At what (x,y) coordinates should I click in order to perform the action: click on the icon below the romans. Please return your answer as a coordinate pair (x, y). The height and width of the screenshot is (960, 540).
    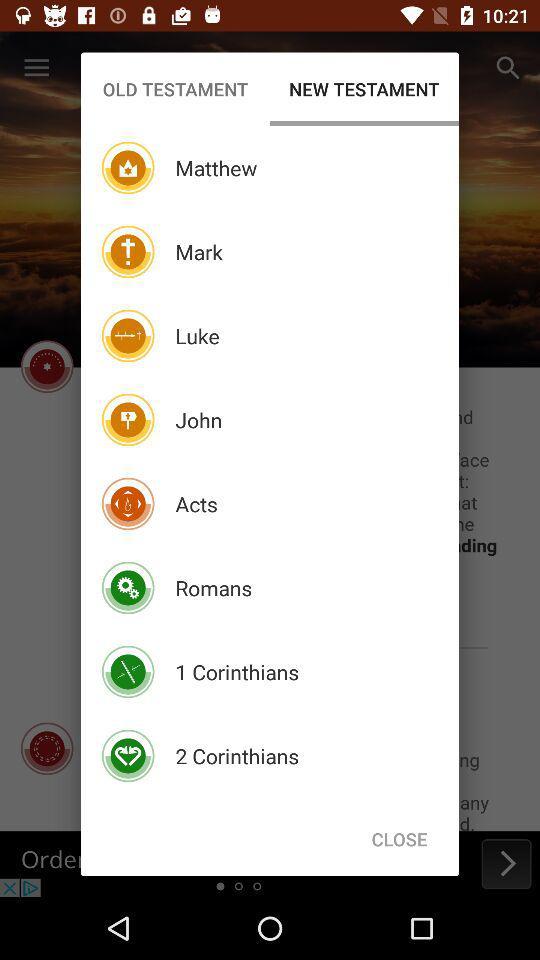
    Looking at the image, I should click on (237, 672).